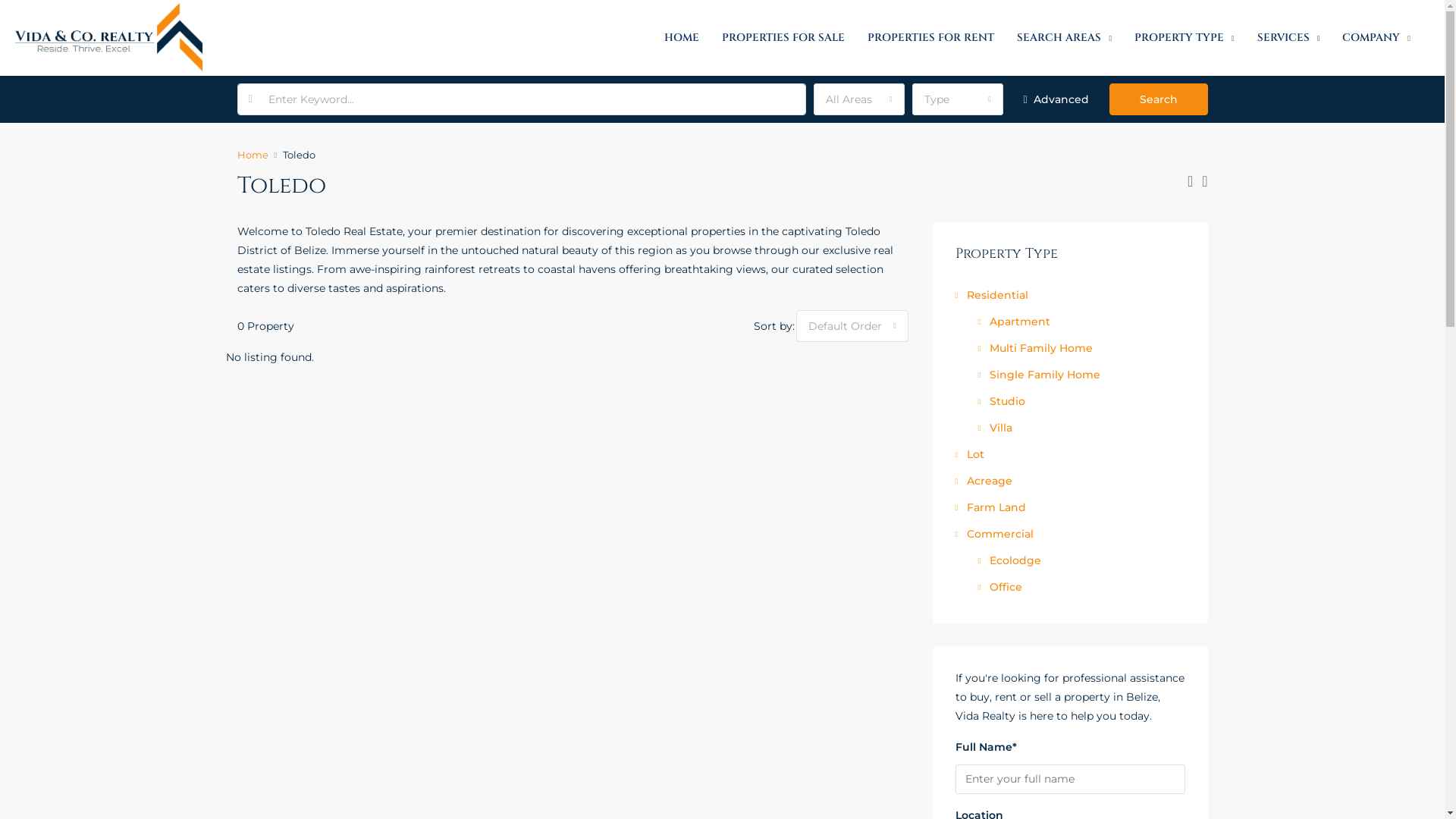 The width and height of the screenshot is (1456, 819). I want to click on 'SERVICES', so click(1288, 37).